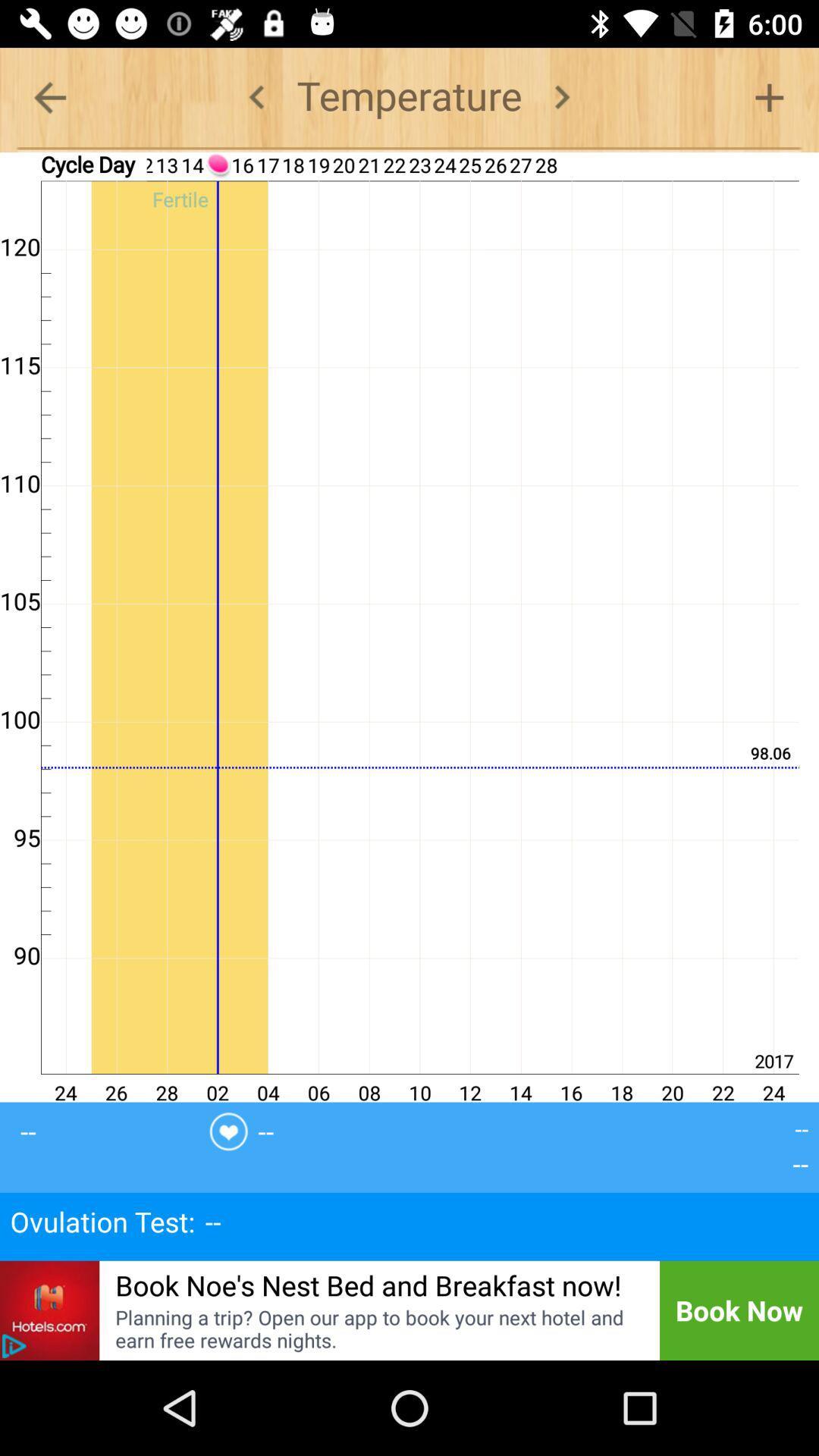  Describe the element at coordinates (769, 96) in the screenshot. I see `new data` at that location.